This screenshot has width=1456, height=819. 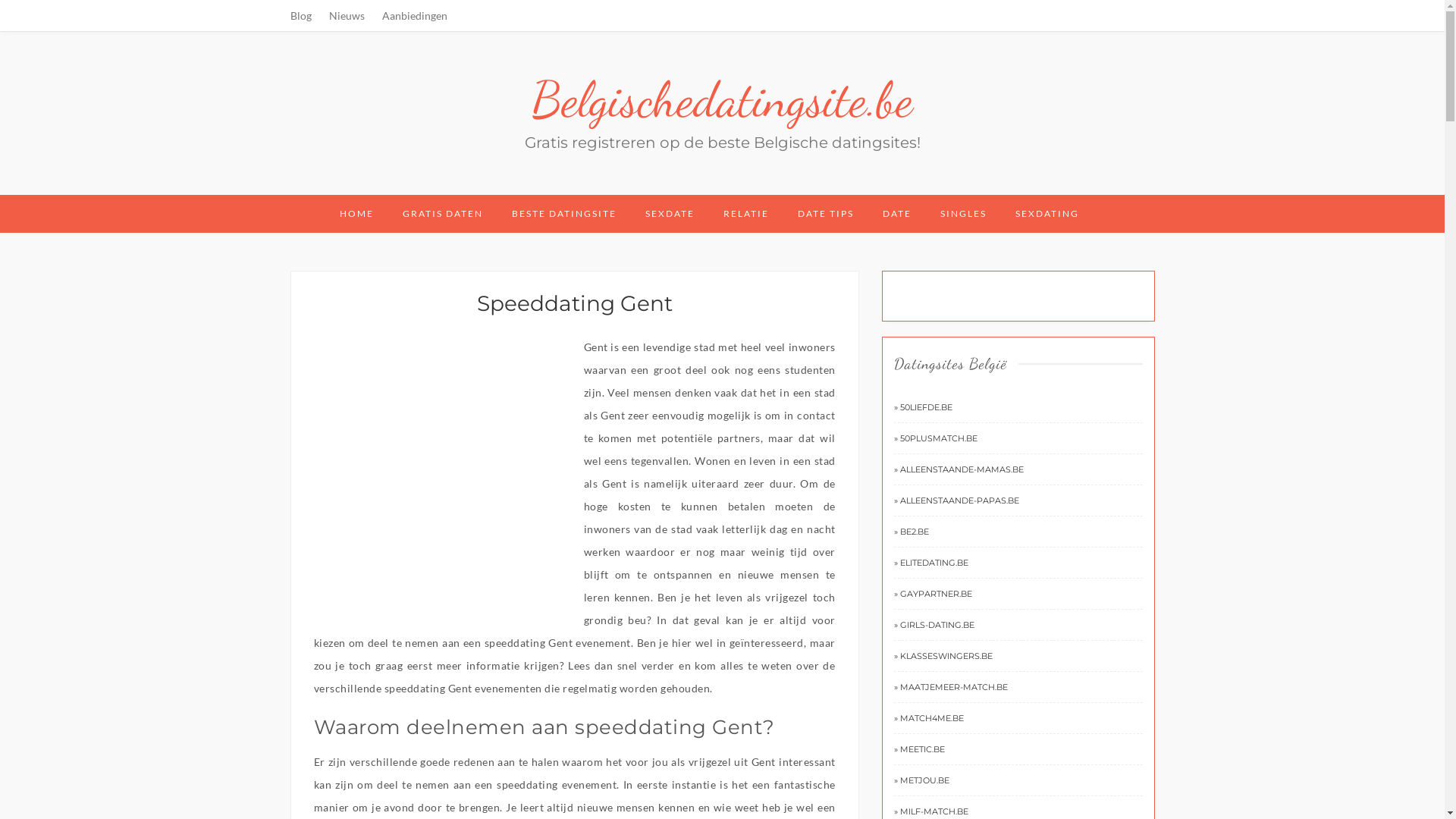 I want to click on 'DATE TIPS', so click(x=825, y=213).